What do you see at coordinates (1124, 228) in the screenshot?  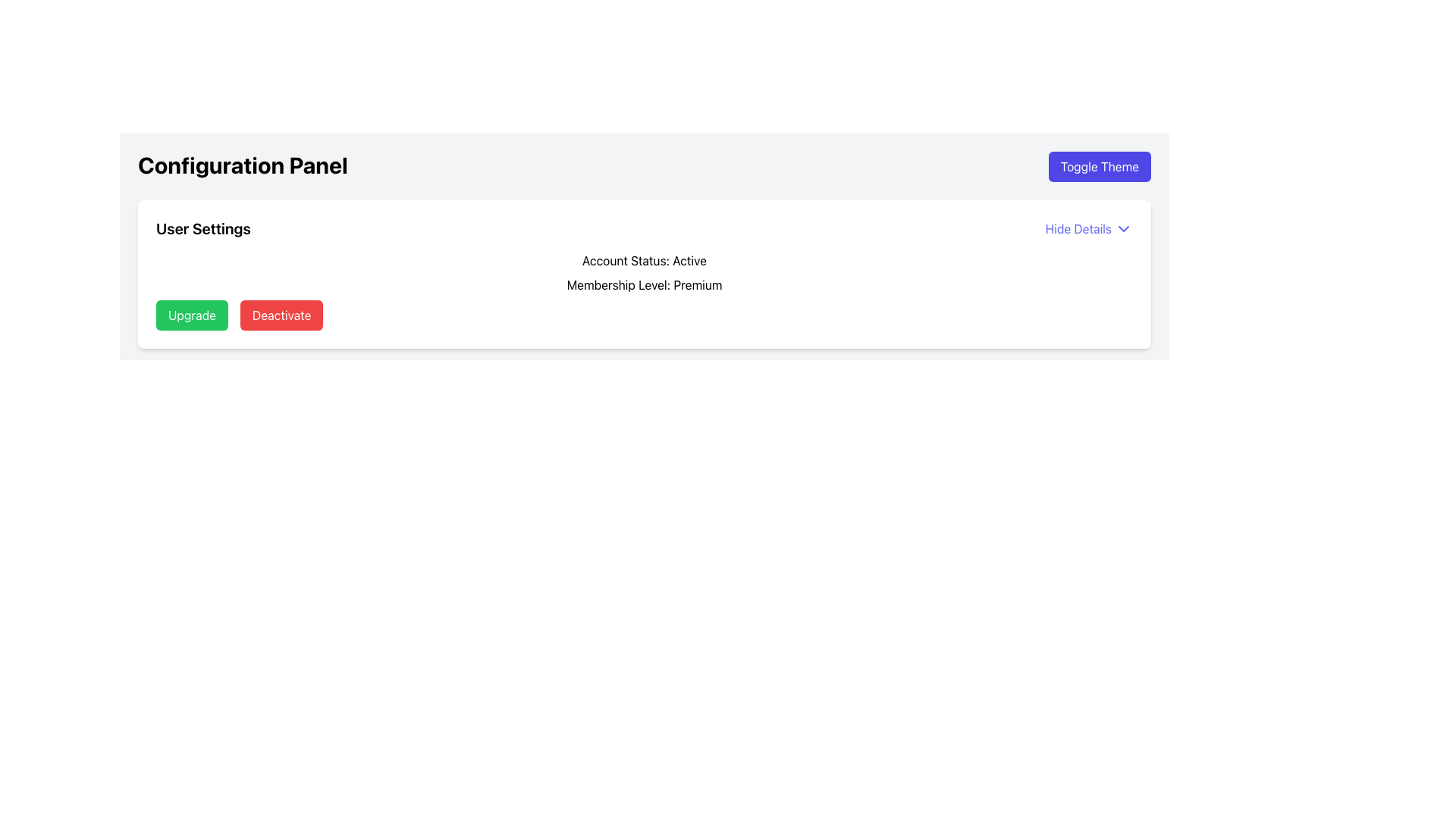 I see `the downward-pointing chevron icon located to the right of the 'Hide Details' text` at bounding box center [1124, 228].